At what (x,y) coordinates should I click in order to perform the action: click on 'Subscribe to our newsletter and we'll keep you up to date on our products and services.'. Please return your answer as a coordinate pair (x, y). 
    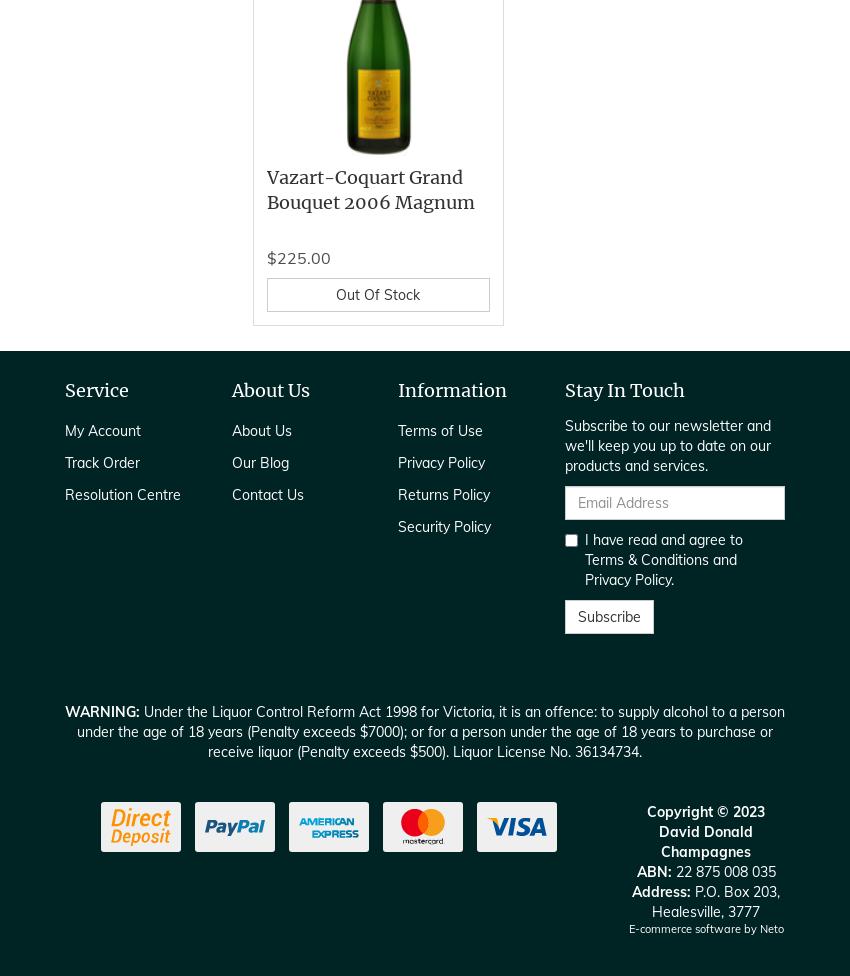
    Looking at the image, I should click on (564, 443).